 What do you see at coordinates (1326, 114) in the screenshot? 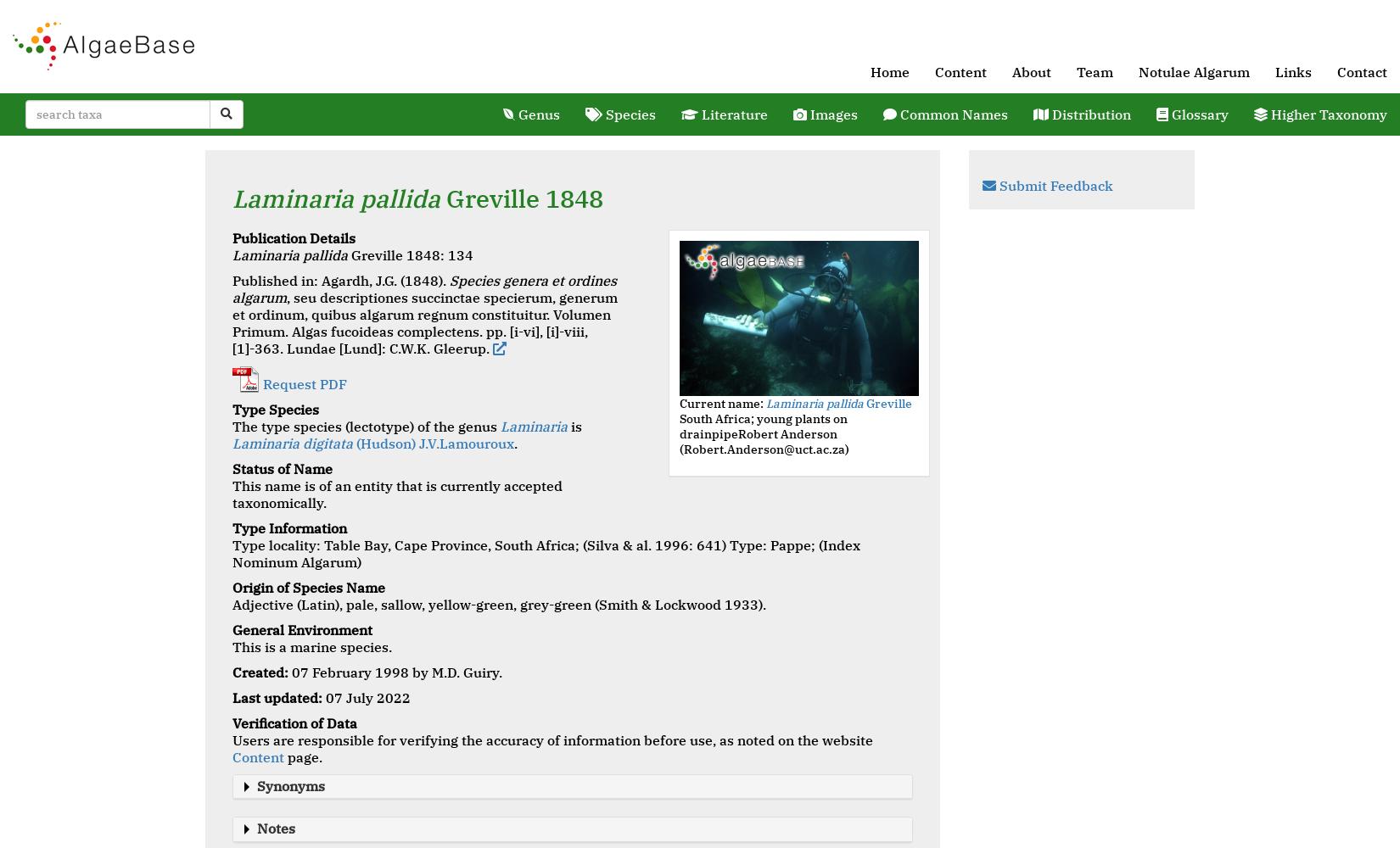
I see `'Higher Taxonomy'` at bounding box center [1326, 114].